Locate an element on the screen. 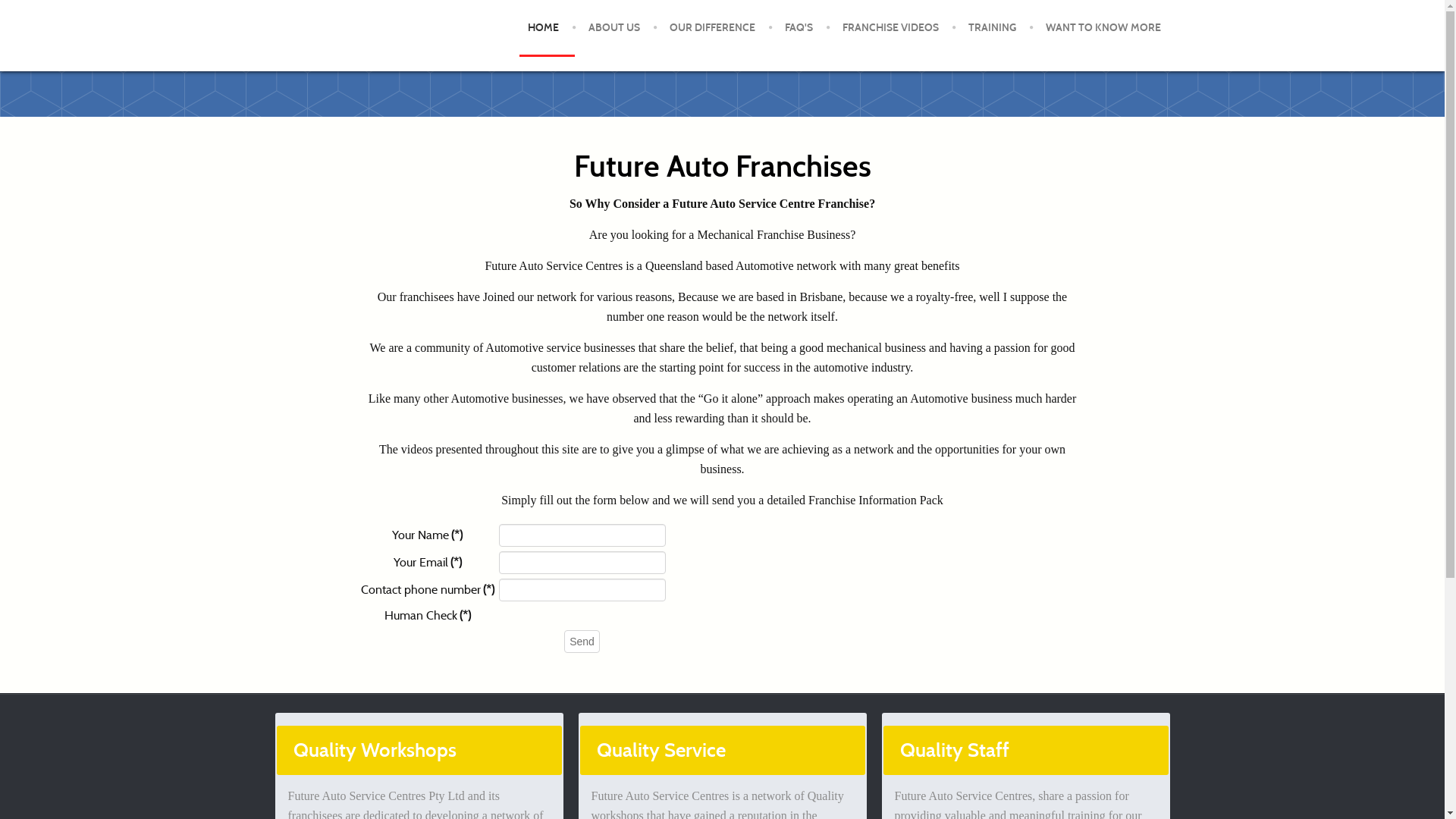 The height and width of the screenshot is (819, 1456). 'ABOUT US' is located at coordinates (575, 28).